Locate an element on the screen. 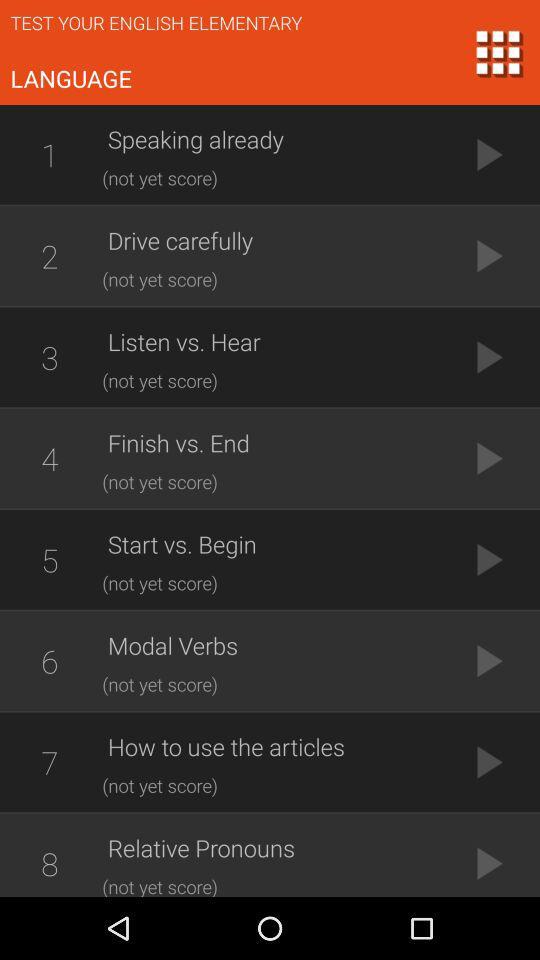  app next to the  relative pronouns item is located at coordinates (49, 858).